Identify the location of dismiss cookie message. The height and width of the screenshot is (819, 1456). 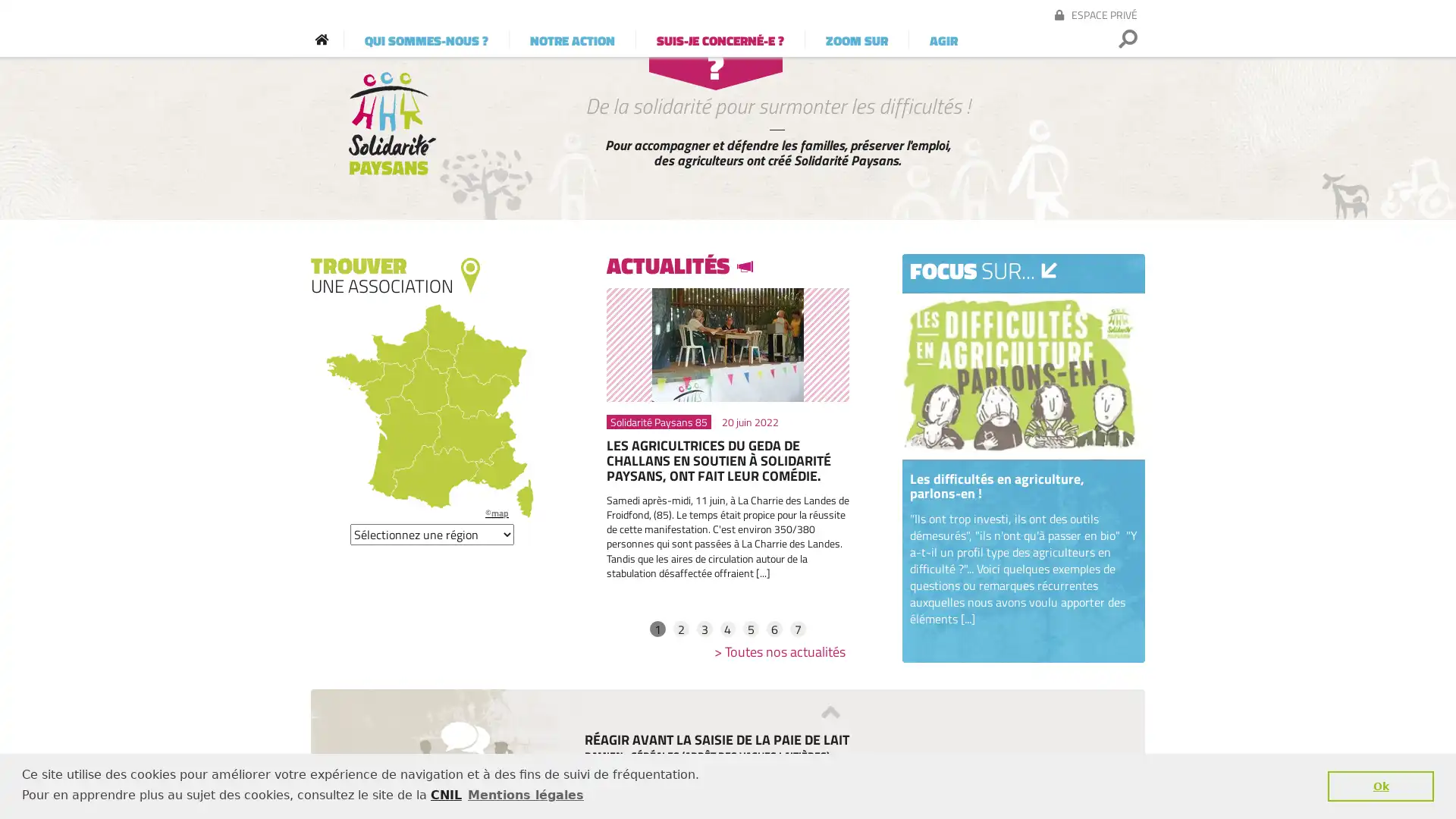
(1380, 785).